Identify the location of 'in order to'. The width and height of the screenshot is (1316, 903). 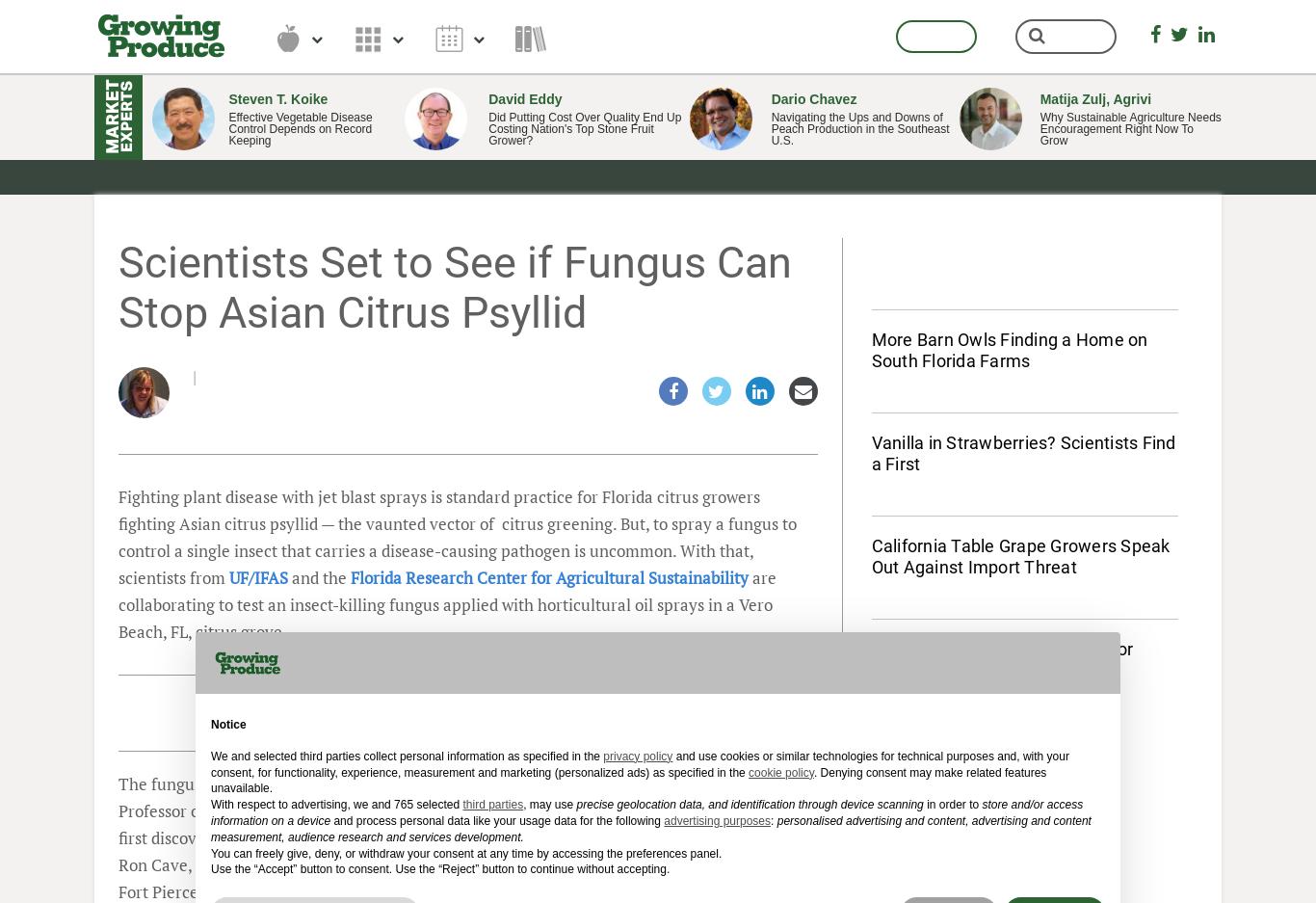
(952, 804).